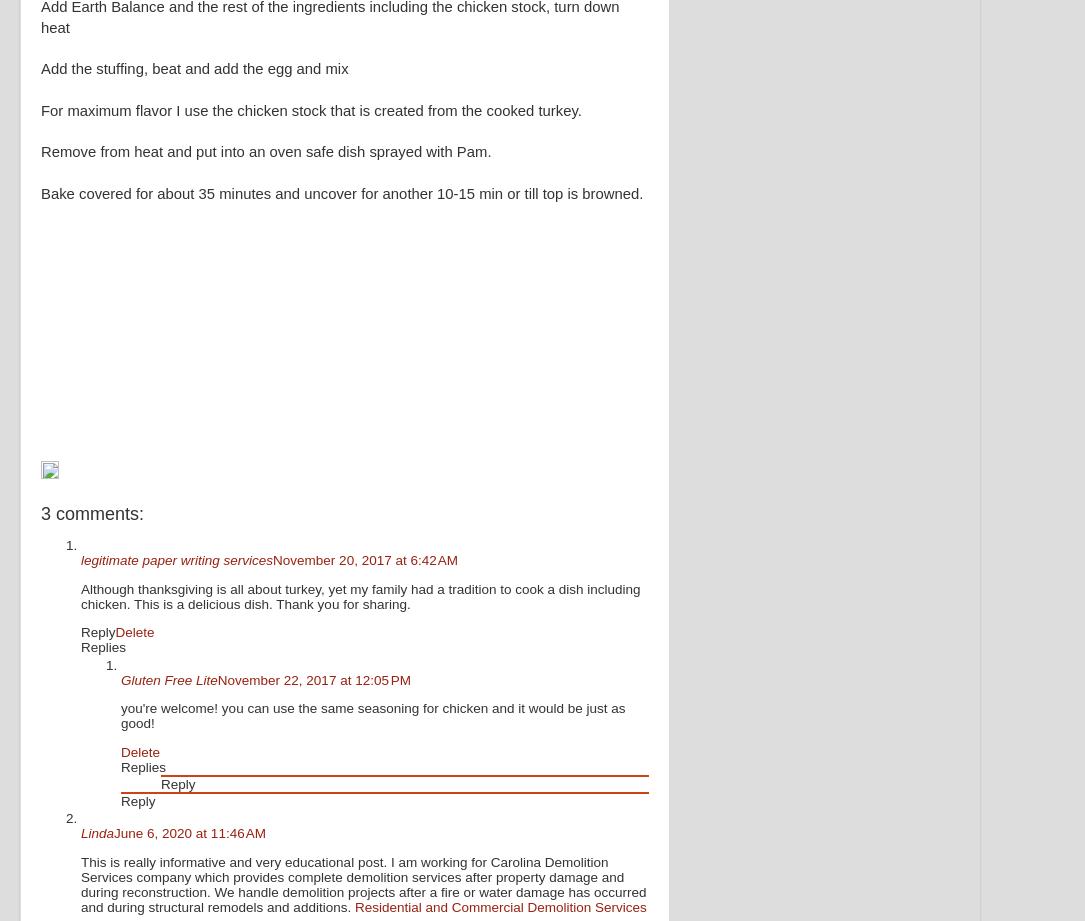 This screenshot has height=921, width=1085. What do you see at coordinates (313, 679) in the screenshot?
I see `'November 22, 2017 at 12:05 PM'` at bounding box center [313, 679].